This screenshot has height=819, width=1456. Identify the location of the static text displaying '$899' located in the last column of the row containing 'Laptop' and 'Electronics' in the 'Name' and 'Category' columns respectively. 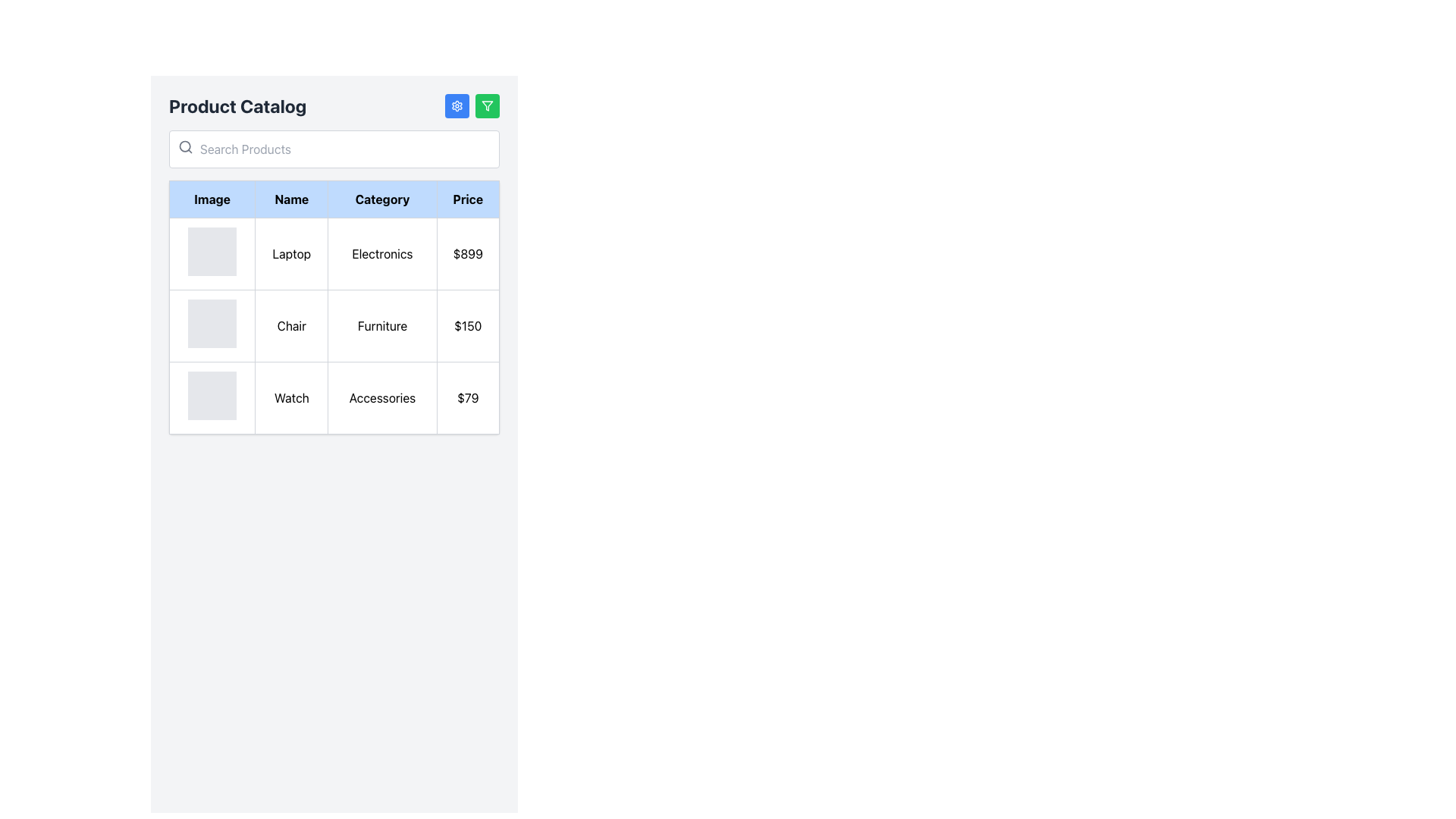
(467, 253).